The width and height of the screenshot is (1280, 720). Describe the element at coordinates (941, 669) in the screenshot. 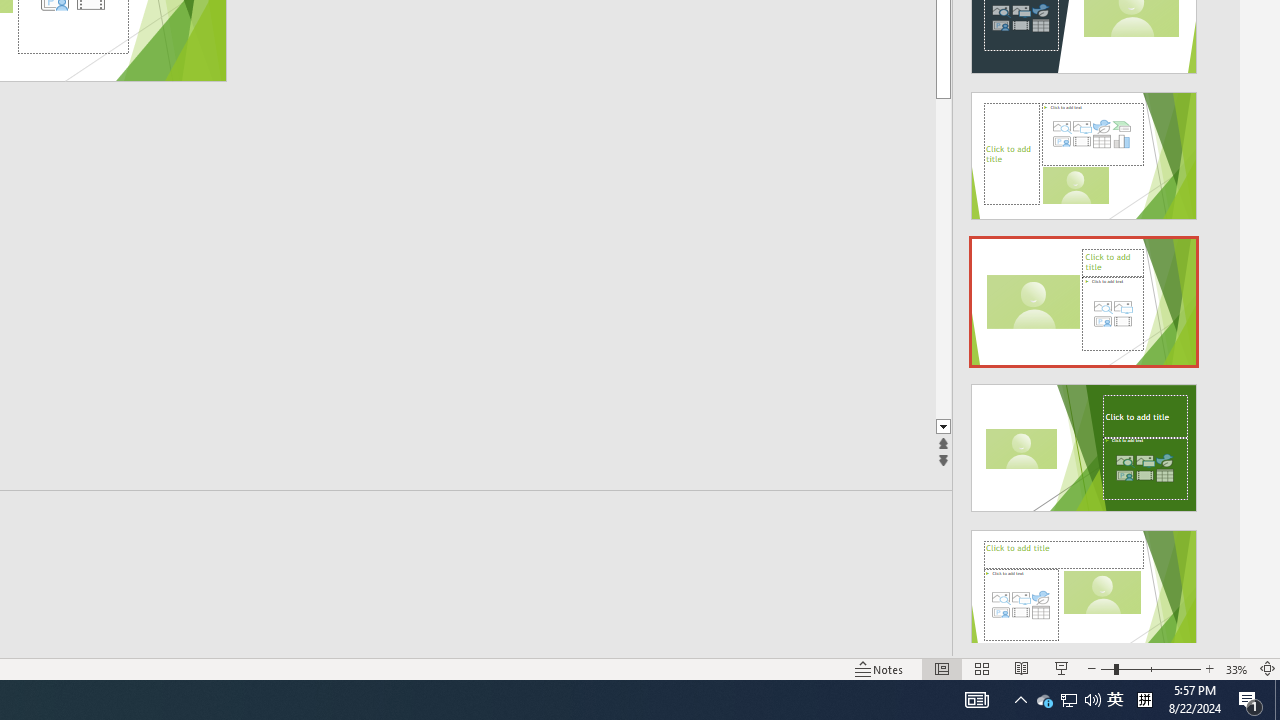

I see `'Normal'` at that location.